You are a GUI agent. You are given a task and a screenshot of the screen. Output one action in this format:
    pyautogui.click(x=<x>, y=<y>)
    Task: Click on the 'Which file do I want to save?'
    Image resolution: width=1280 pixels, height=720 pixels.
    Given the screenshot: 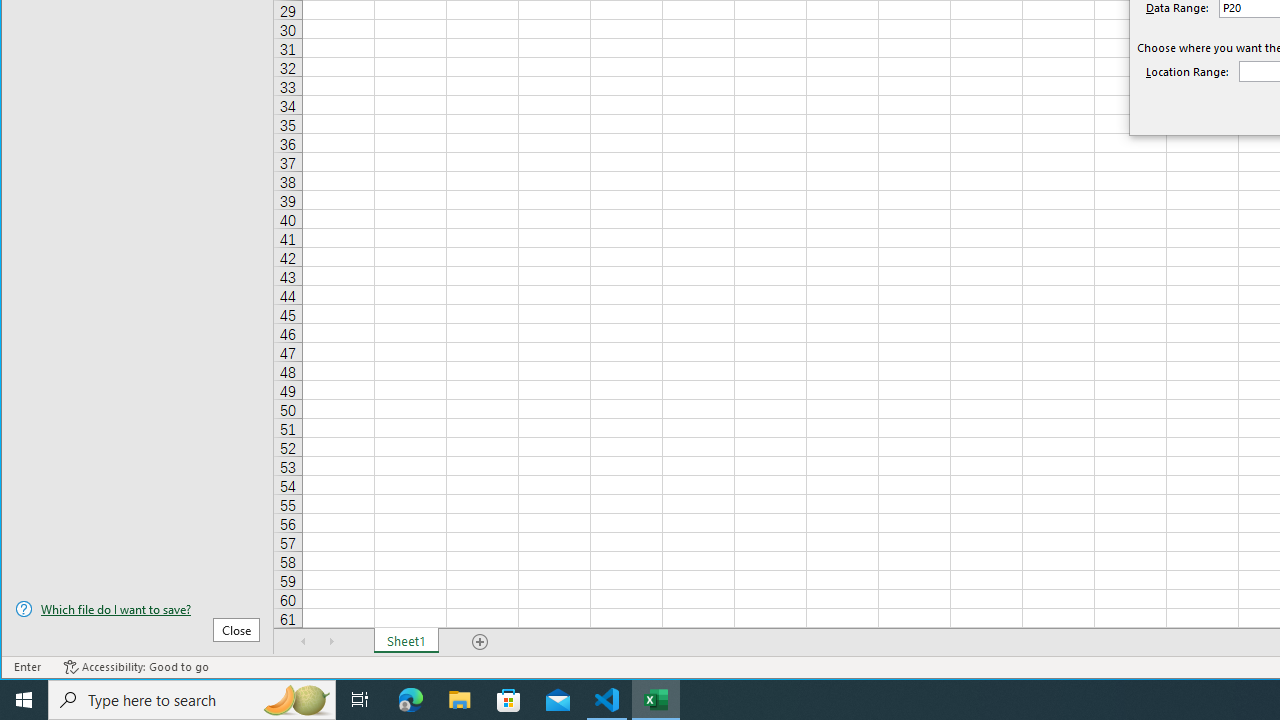 What is the action you would take?
    pyautogui.click(x=136, y=608)
    